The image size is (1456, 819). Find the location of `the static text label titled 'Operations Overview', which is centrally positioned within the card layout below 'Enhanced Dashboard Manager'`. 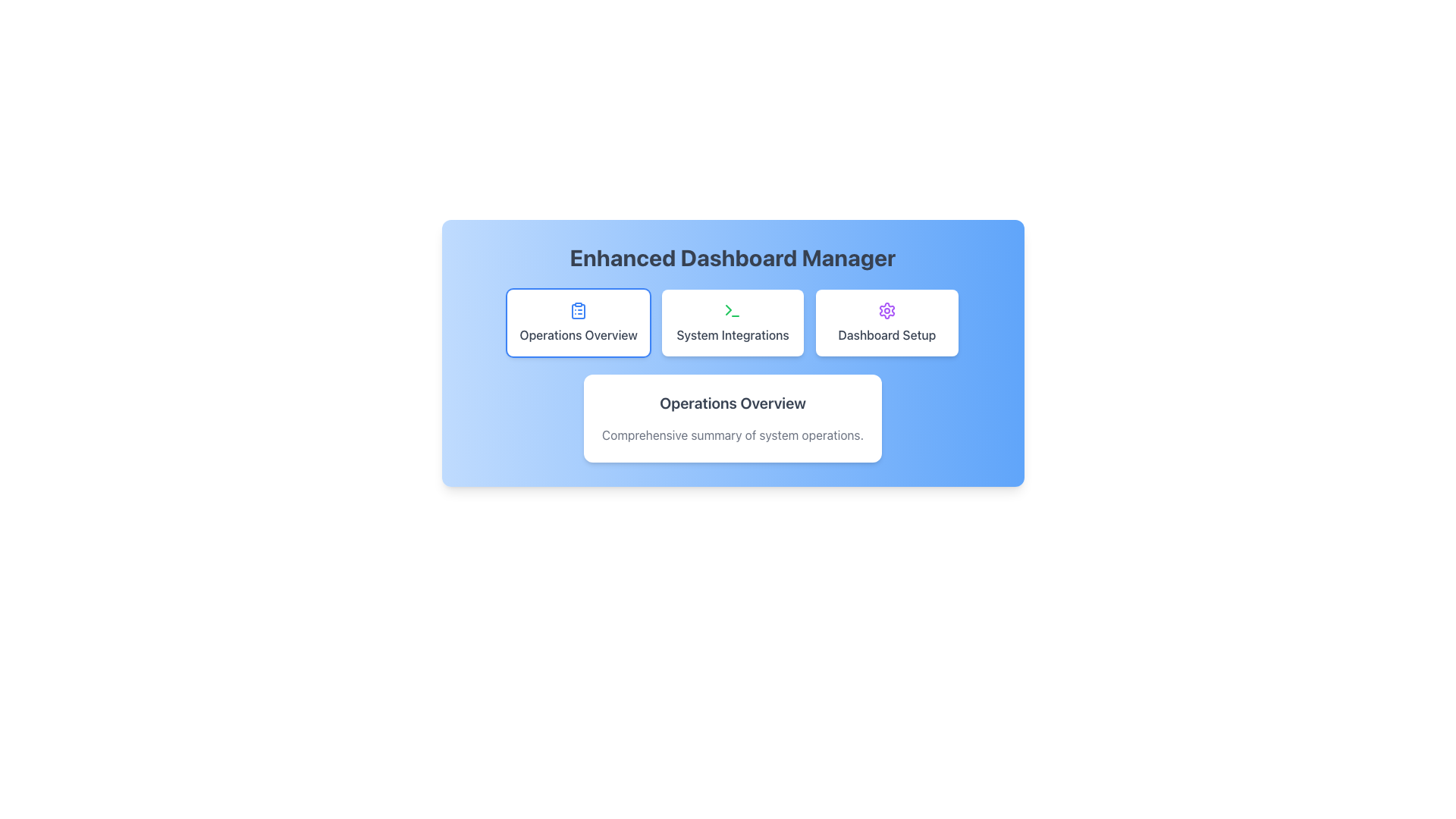

the static text label titled 'Operations Overview', which is centrally positioned within the card layout below 'Enhanced Dashboard Manager' is located at coordinates (733, 403).